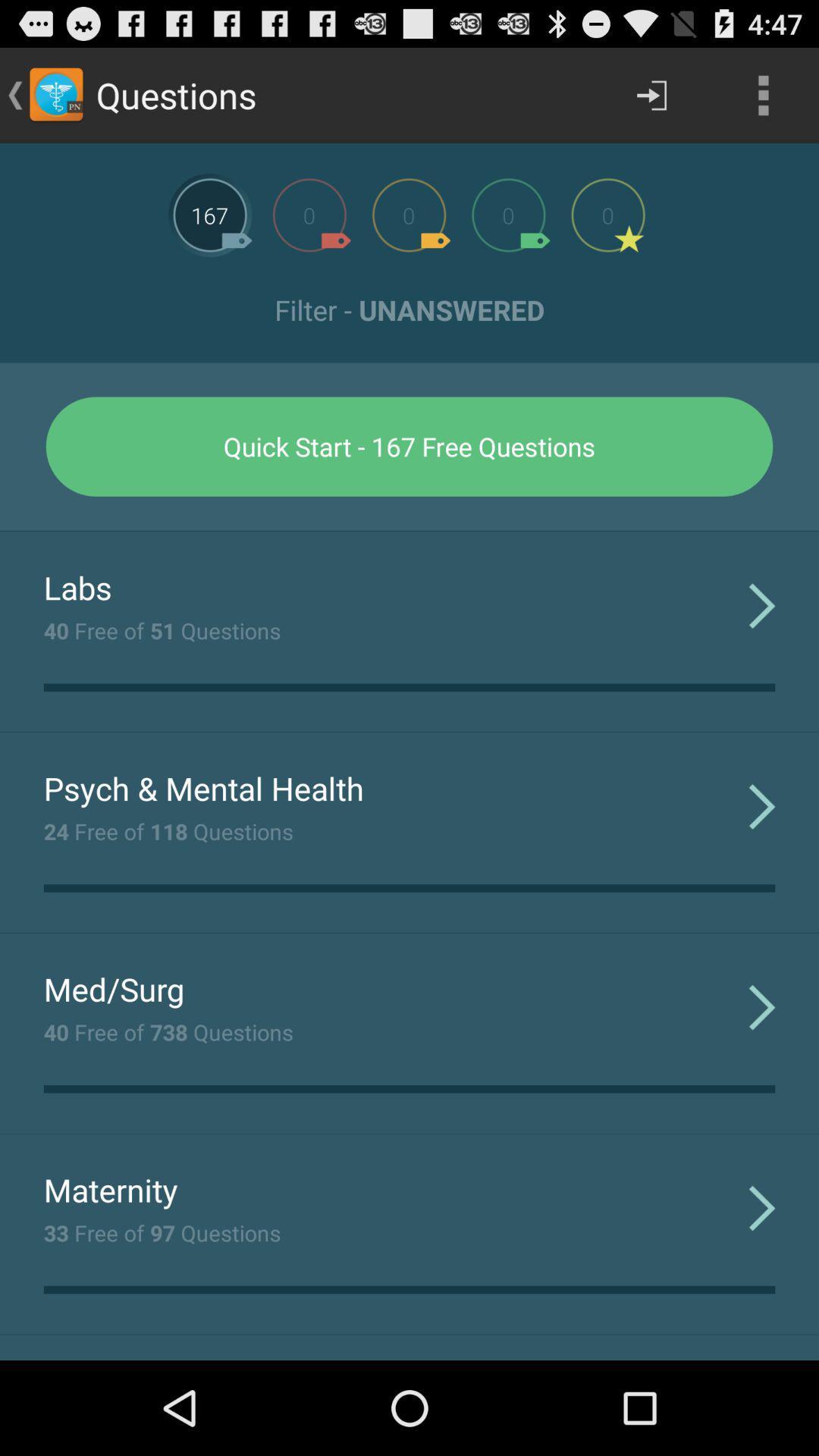 The image size is (819, 1456). What do you see at coordinates (409, 531) in the screenshot?
I see `the icon above labs` at bounding box center [409, 531].